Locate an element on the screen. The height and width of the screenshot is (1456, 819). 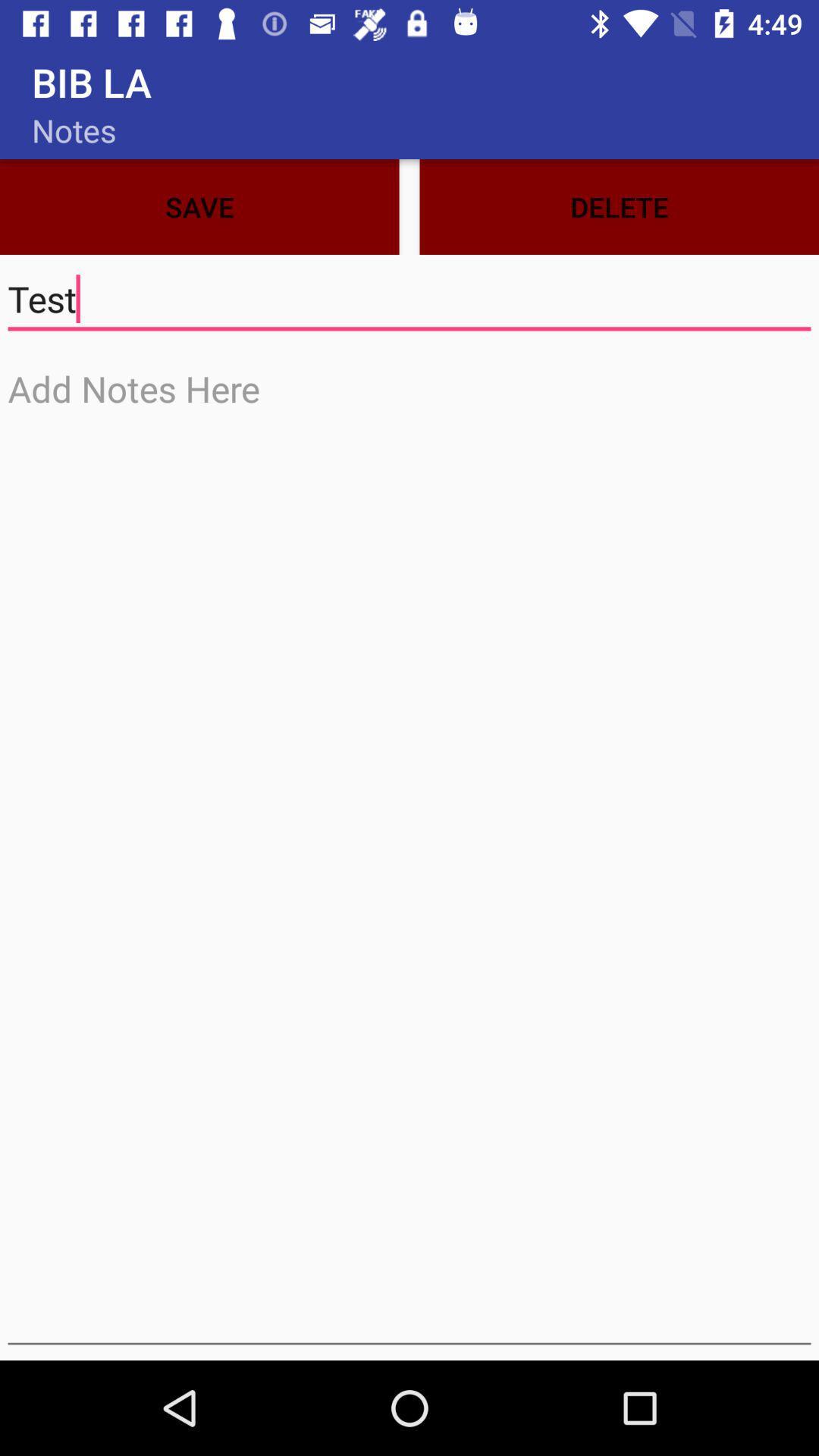
the icon below save icon is located at coordinates (409, 300).